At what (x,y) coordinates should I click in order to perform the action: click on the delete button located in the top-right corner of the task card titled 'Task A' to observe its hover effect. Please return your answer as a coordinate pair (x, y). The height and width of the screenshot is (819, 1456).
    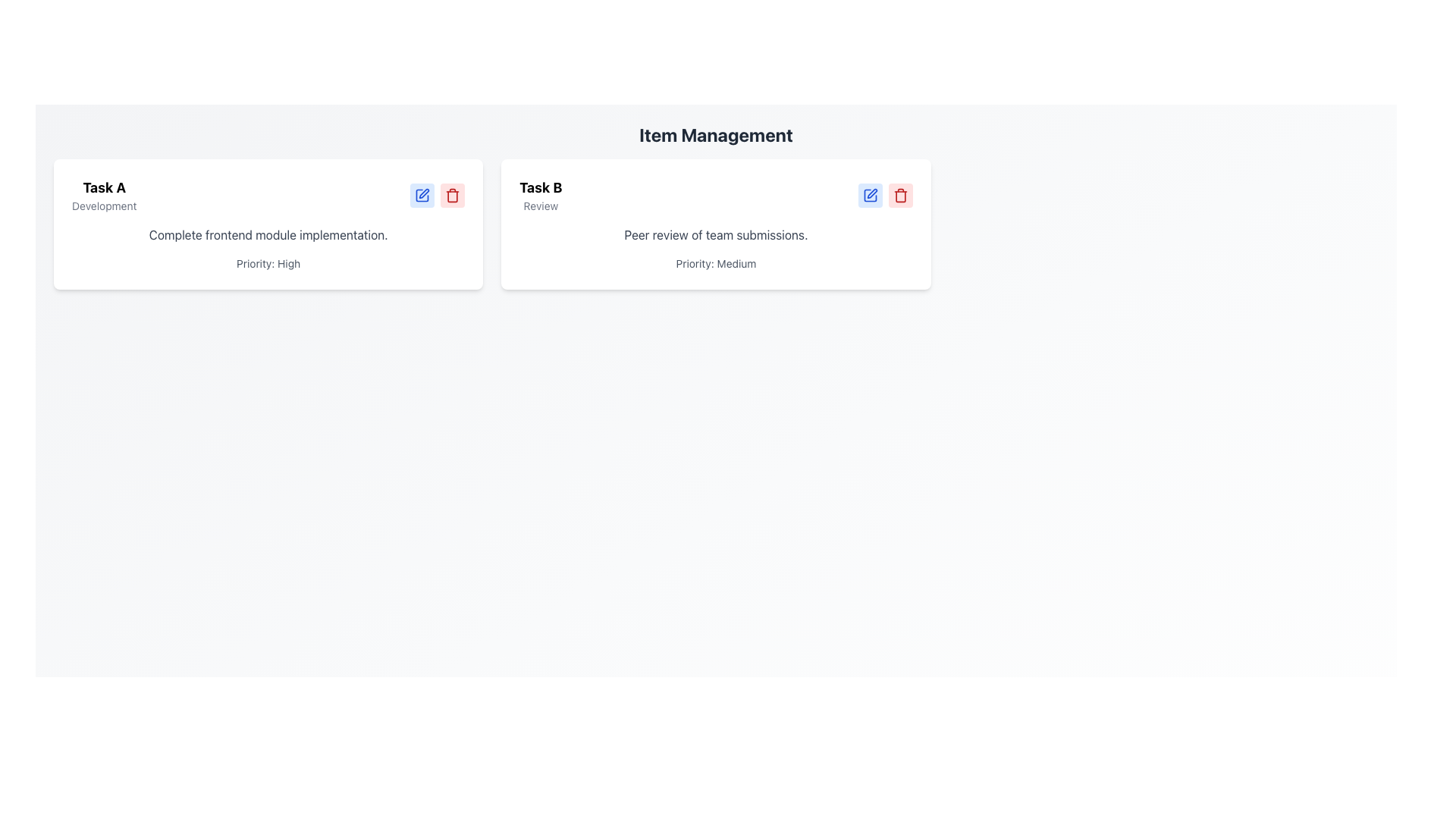
    Looking at the image, I should click on (452, 195).